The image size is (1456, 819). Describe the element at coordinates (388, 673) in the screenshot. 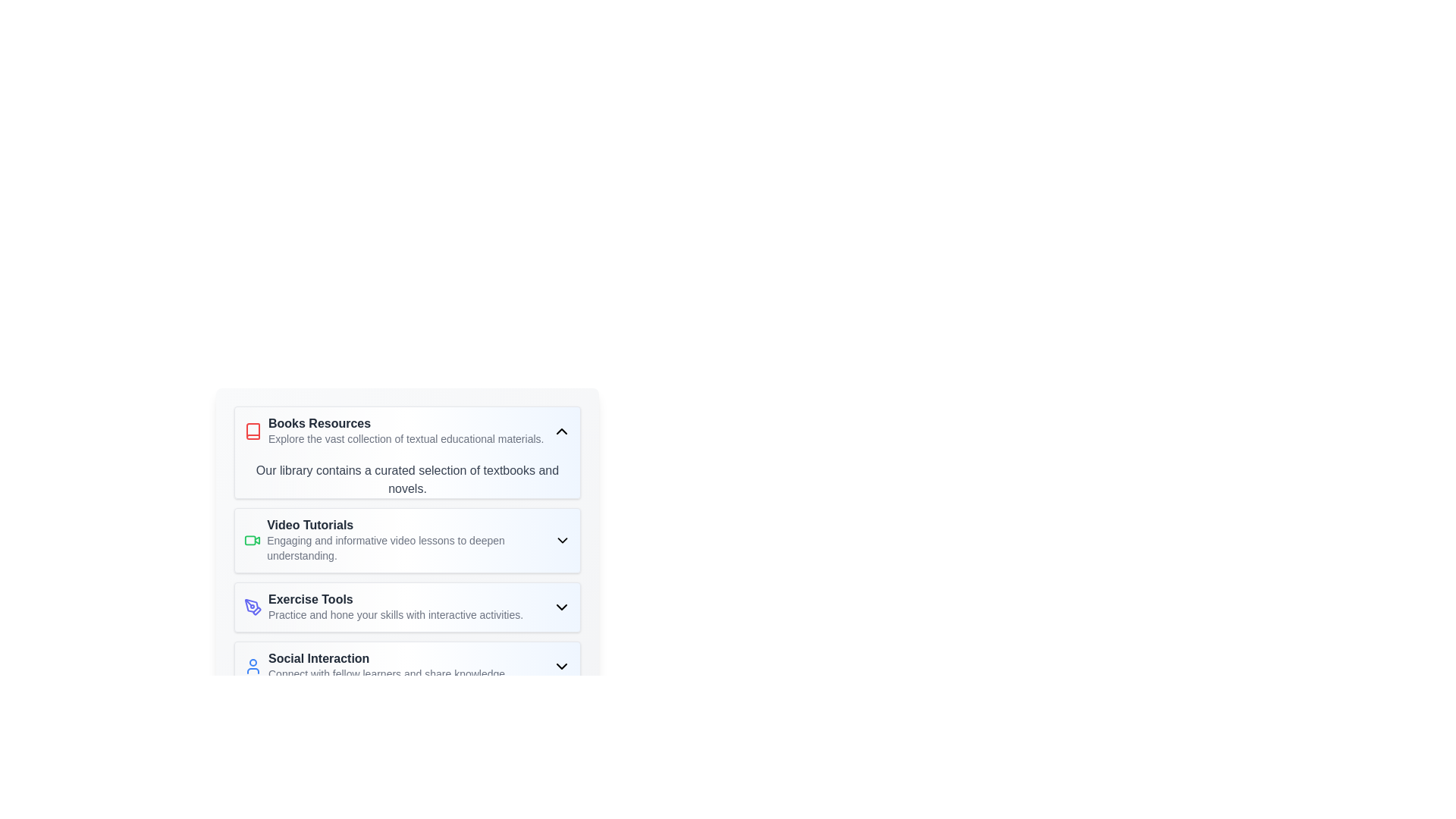

I see `descriptive text about the 'Social Interaction' feature located below the title 'Social Interaction' in the card-like UI section` at that location.